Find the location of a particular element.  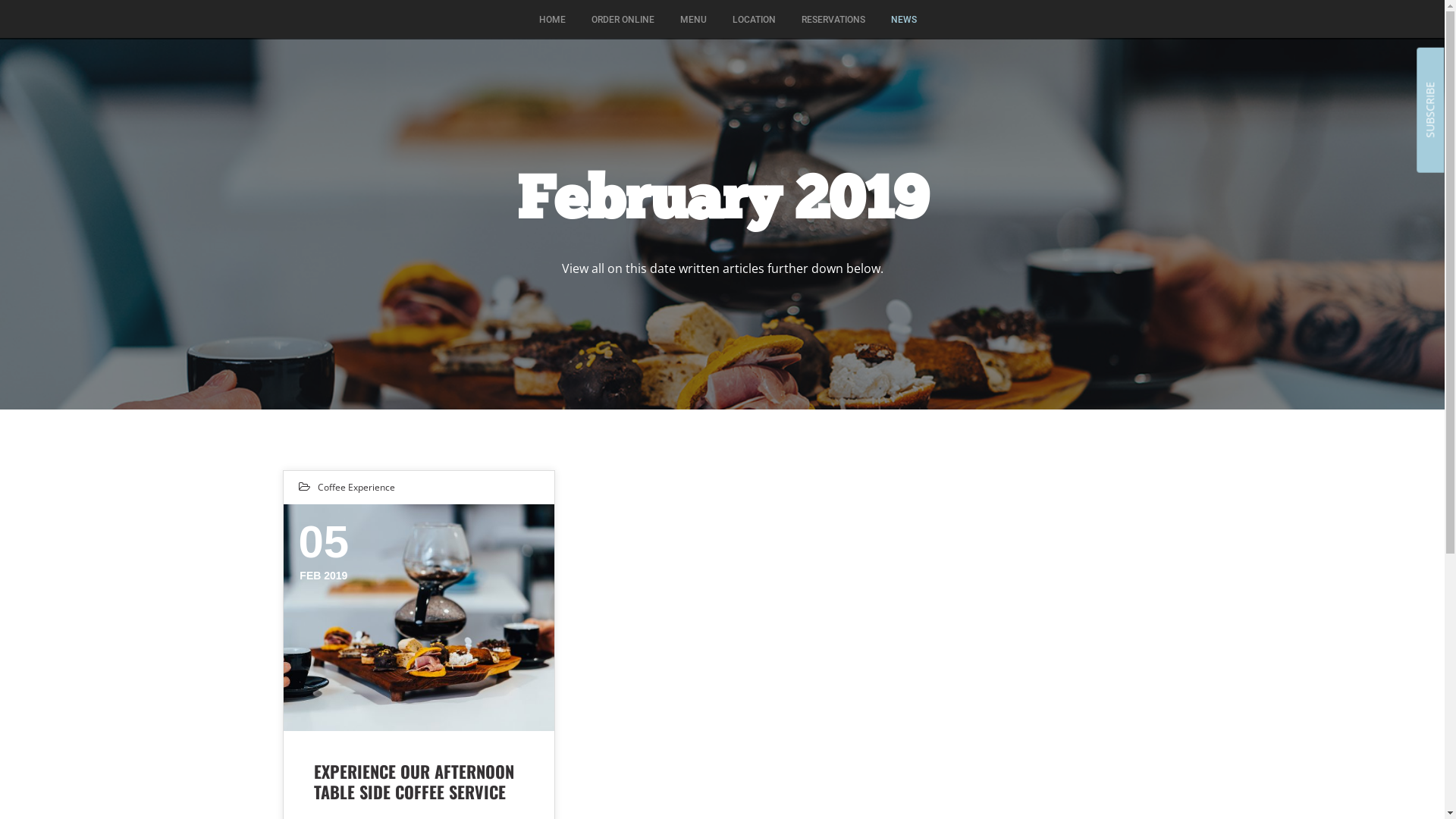

'RESERVATIONS' is located at coordinates (833, 20).